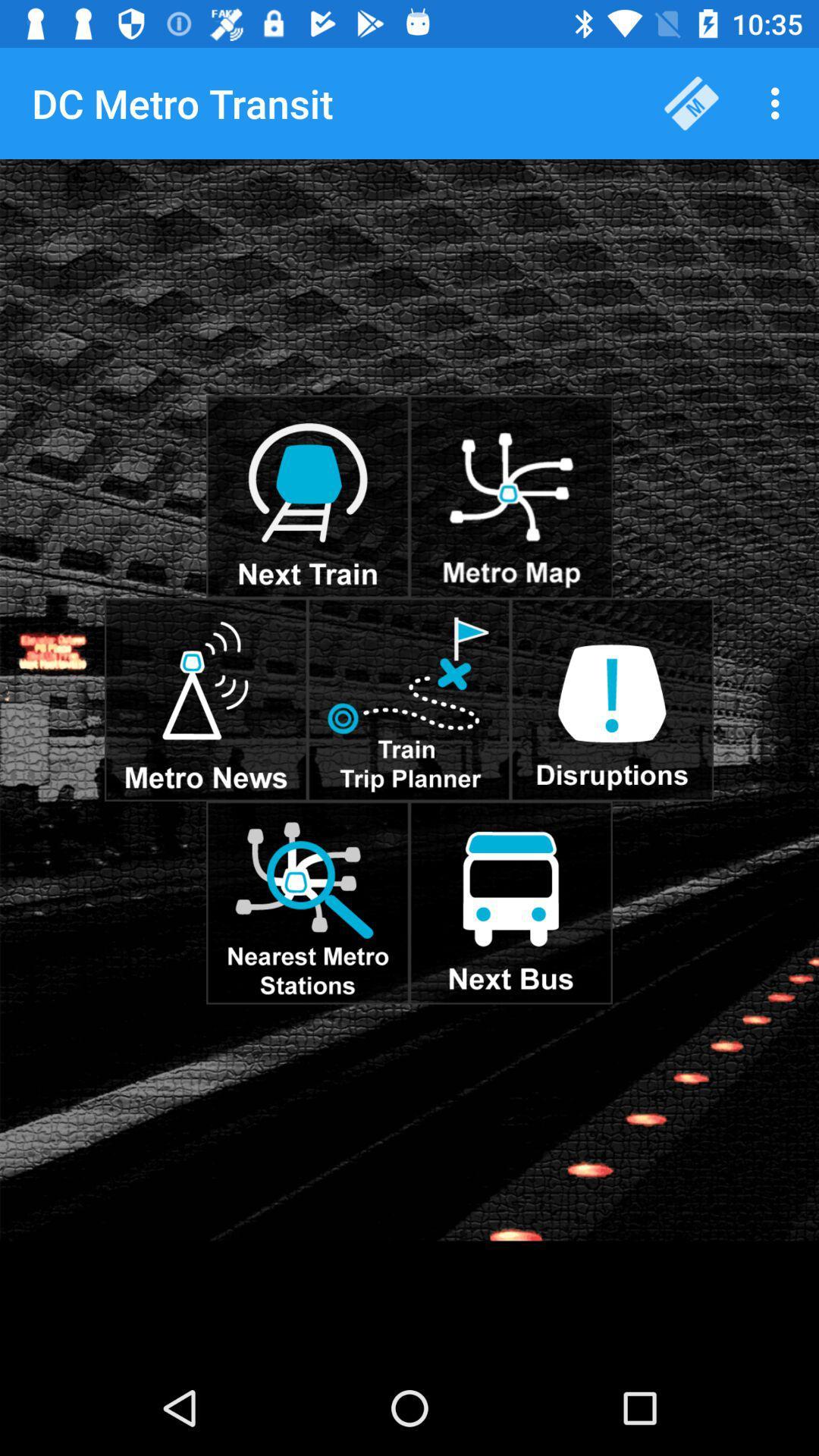 This screenshot has height=1456, width=819. Describe the element at coordinates (611, 698) in the screenshot. I see `metro bus service disruptions` at that location.